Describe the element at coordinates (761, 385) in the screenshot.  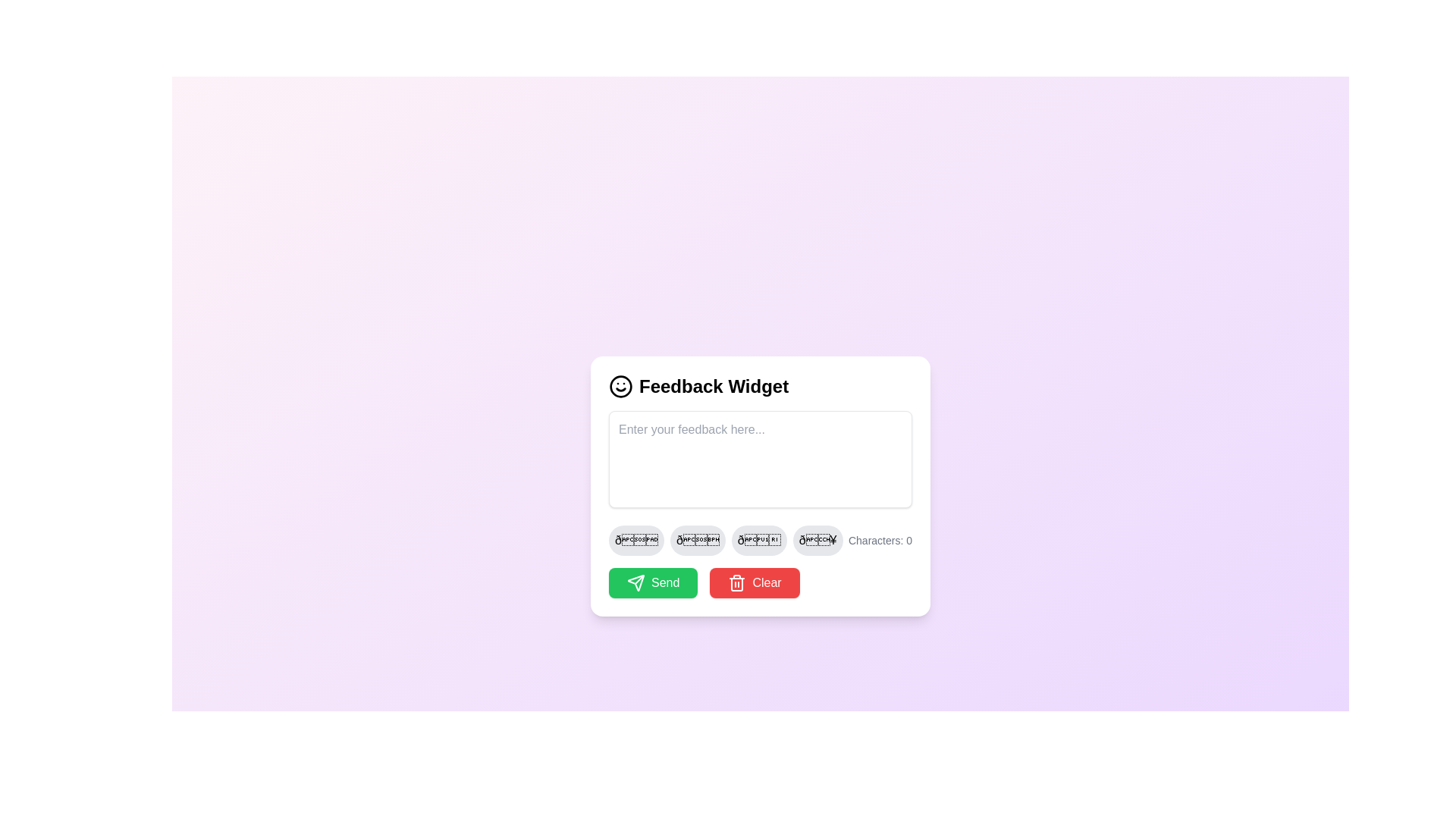
I see `the Text and Icon Header element labeled 'Feedback Widget' which features a circular smiling face icon and bold black text, located at the top of the feedback form` at that location.